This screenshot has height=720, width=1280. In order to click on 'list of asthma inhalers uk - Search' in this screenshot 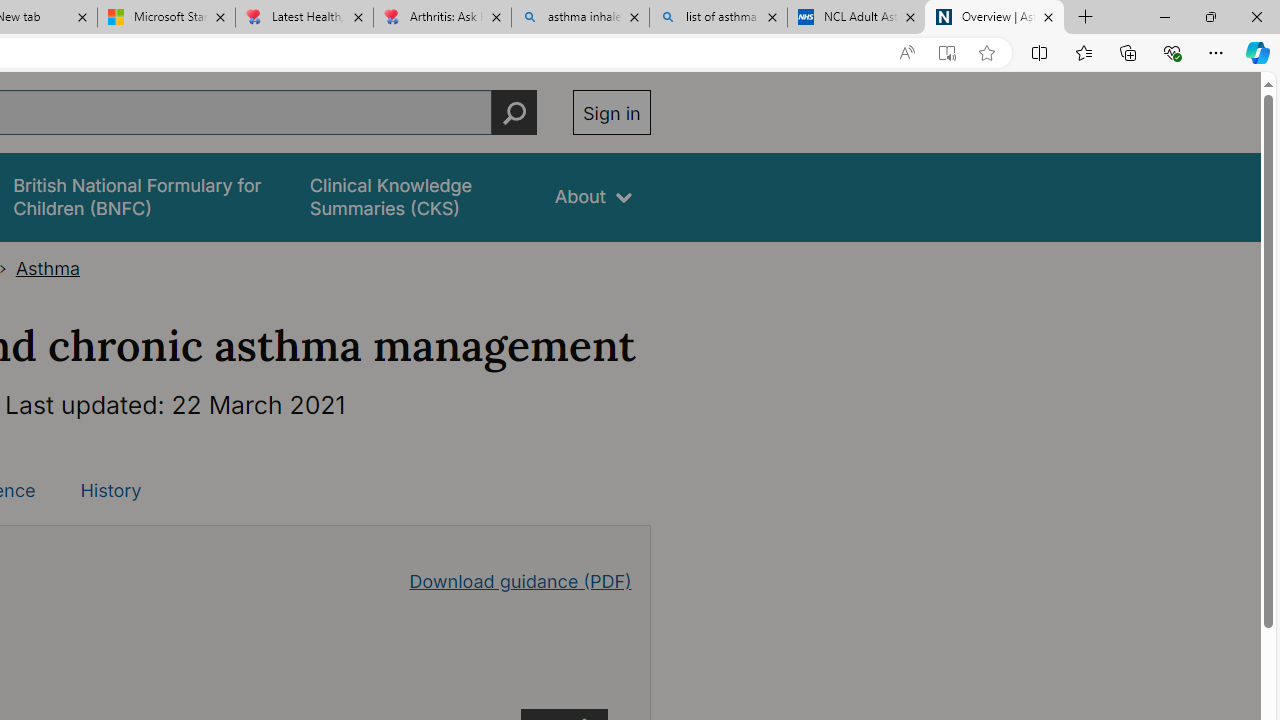, I will do `click(718, 17)`.